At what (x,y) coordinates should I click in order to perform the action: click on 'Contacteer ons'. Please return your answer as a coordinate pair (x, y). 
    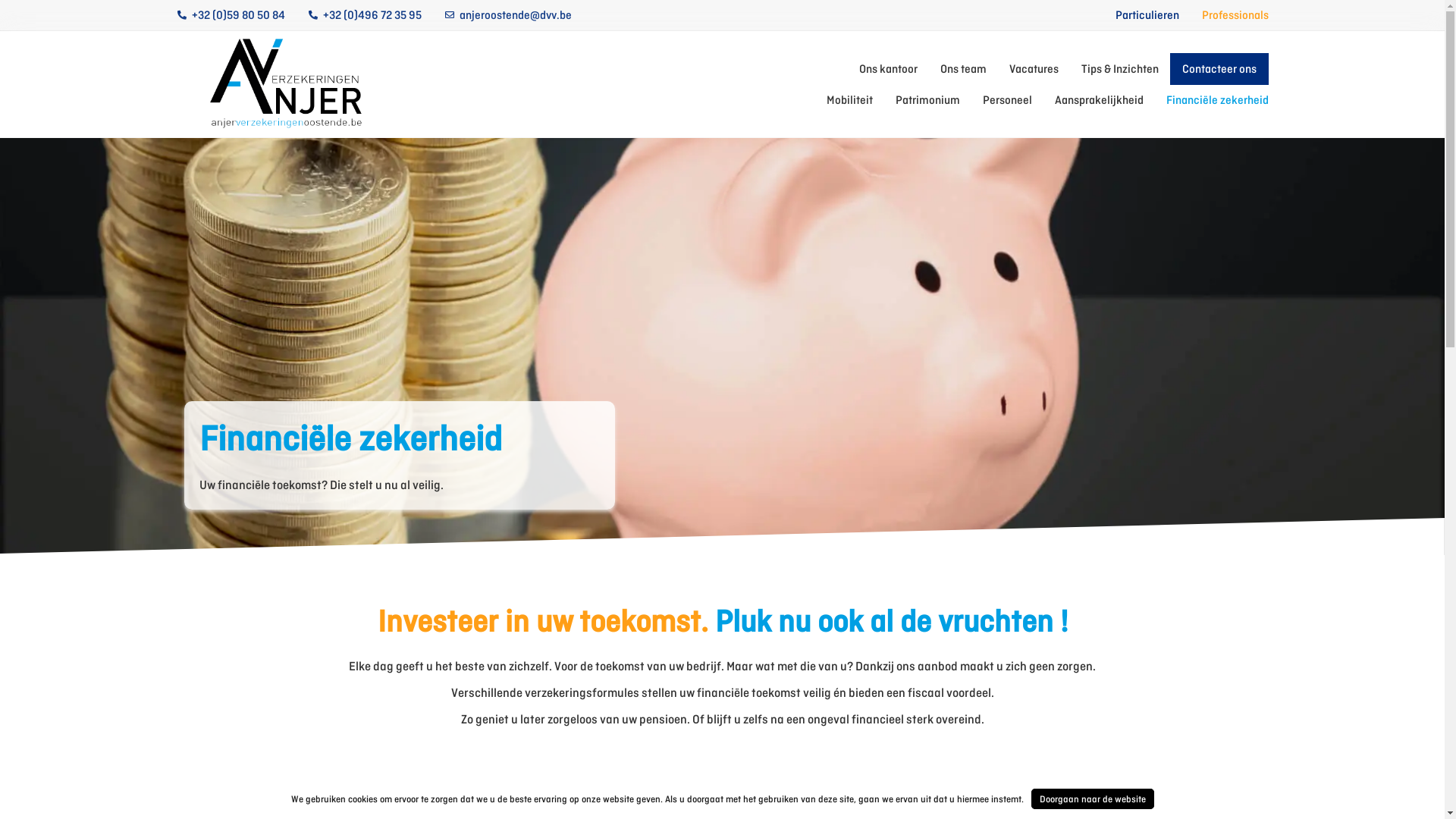
    Looking at the image, I should click on (1219, 69).